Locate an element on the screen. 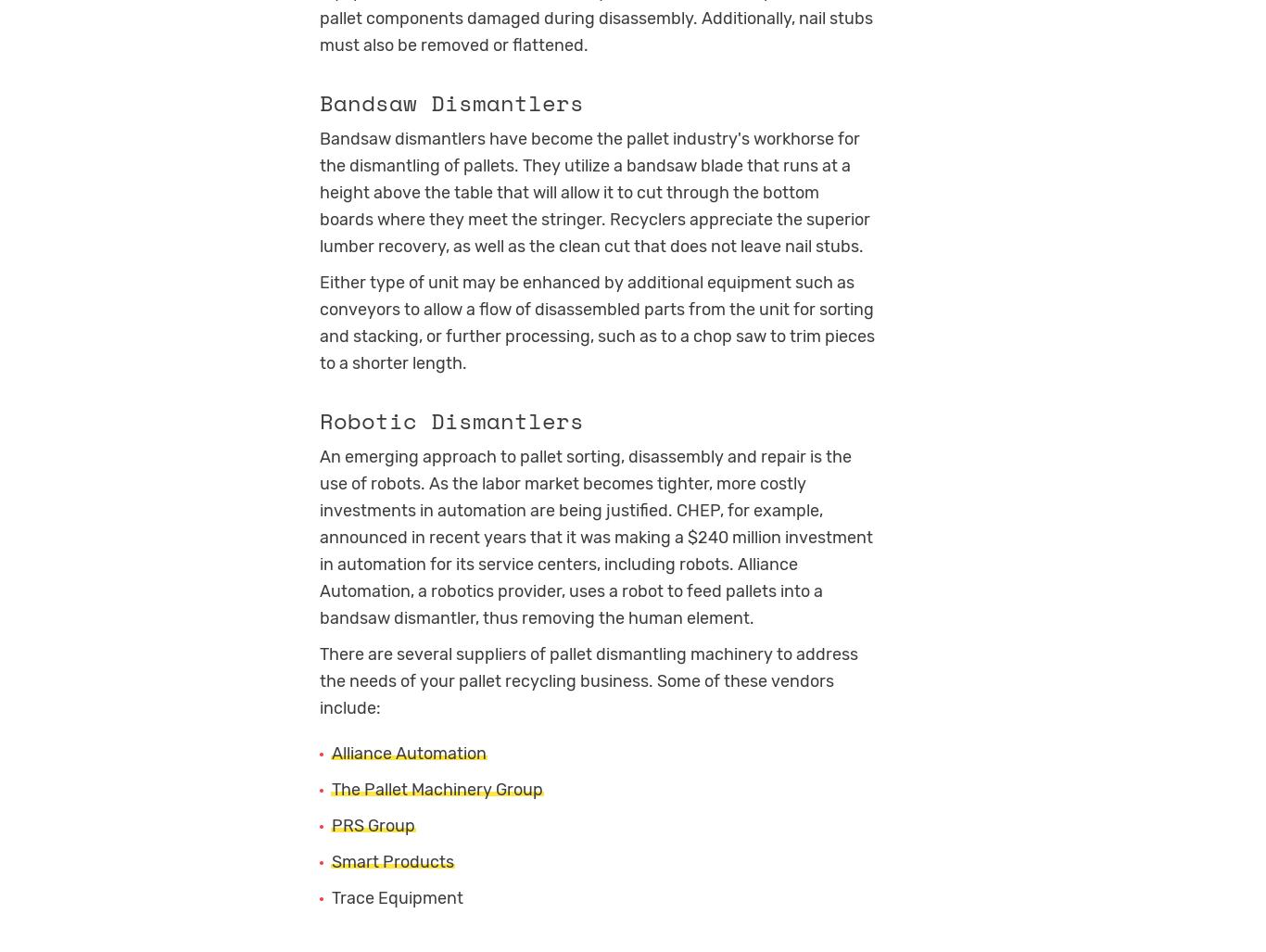  'Bandsaw Dismantlers' is located at coordinates (451, 100).